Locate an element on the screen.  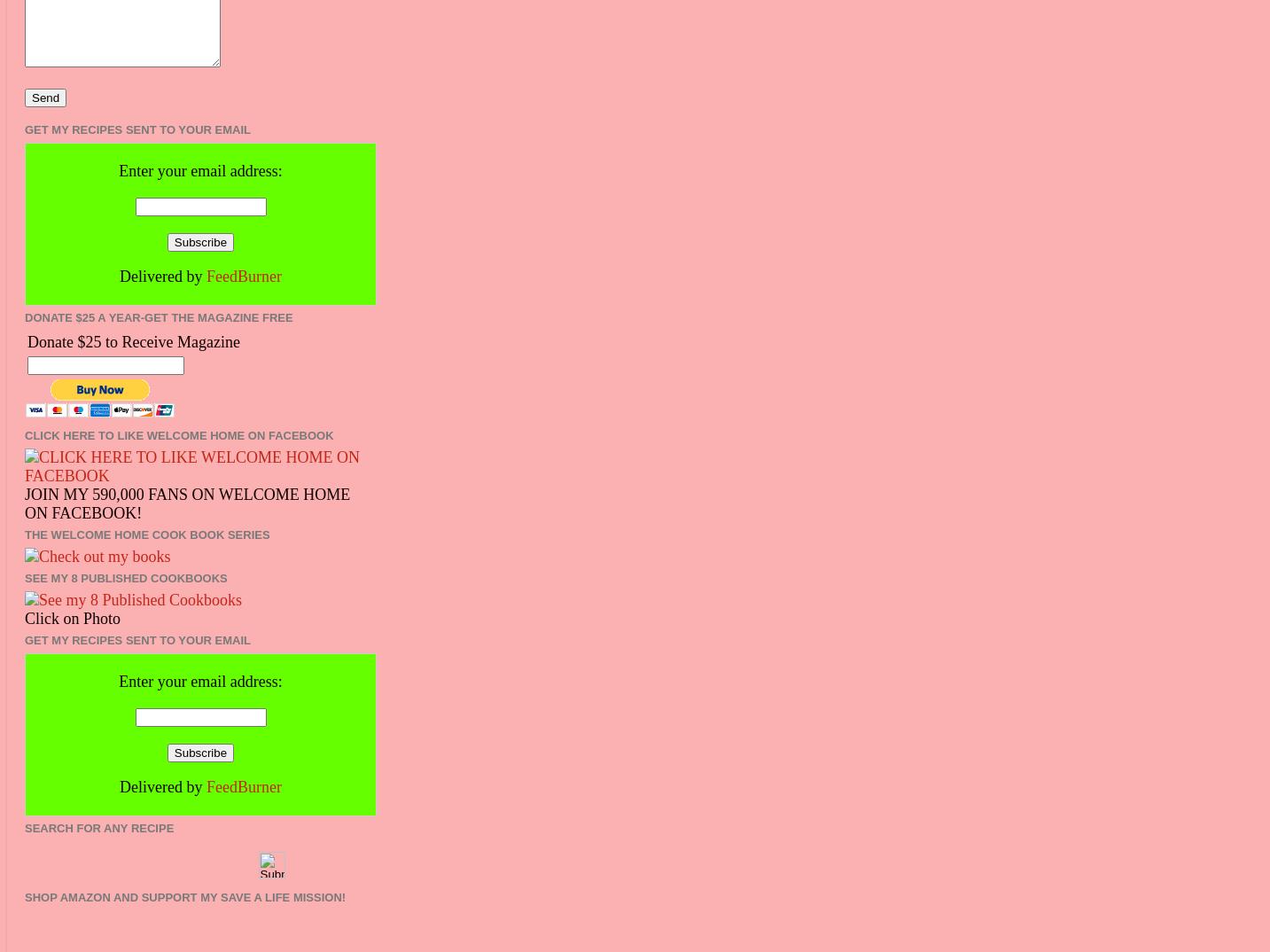
'See my 8 Published Cookbooks' is located at coordinates (125, 577).